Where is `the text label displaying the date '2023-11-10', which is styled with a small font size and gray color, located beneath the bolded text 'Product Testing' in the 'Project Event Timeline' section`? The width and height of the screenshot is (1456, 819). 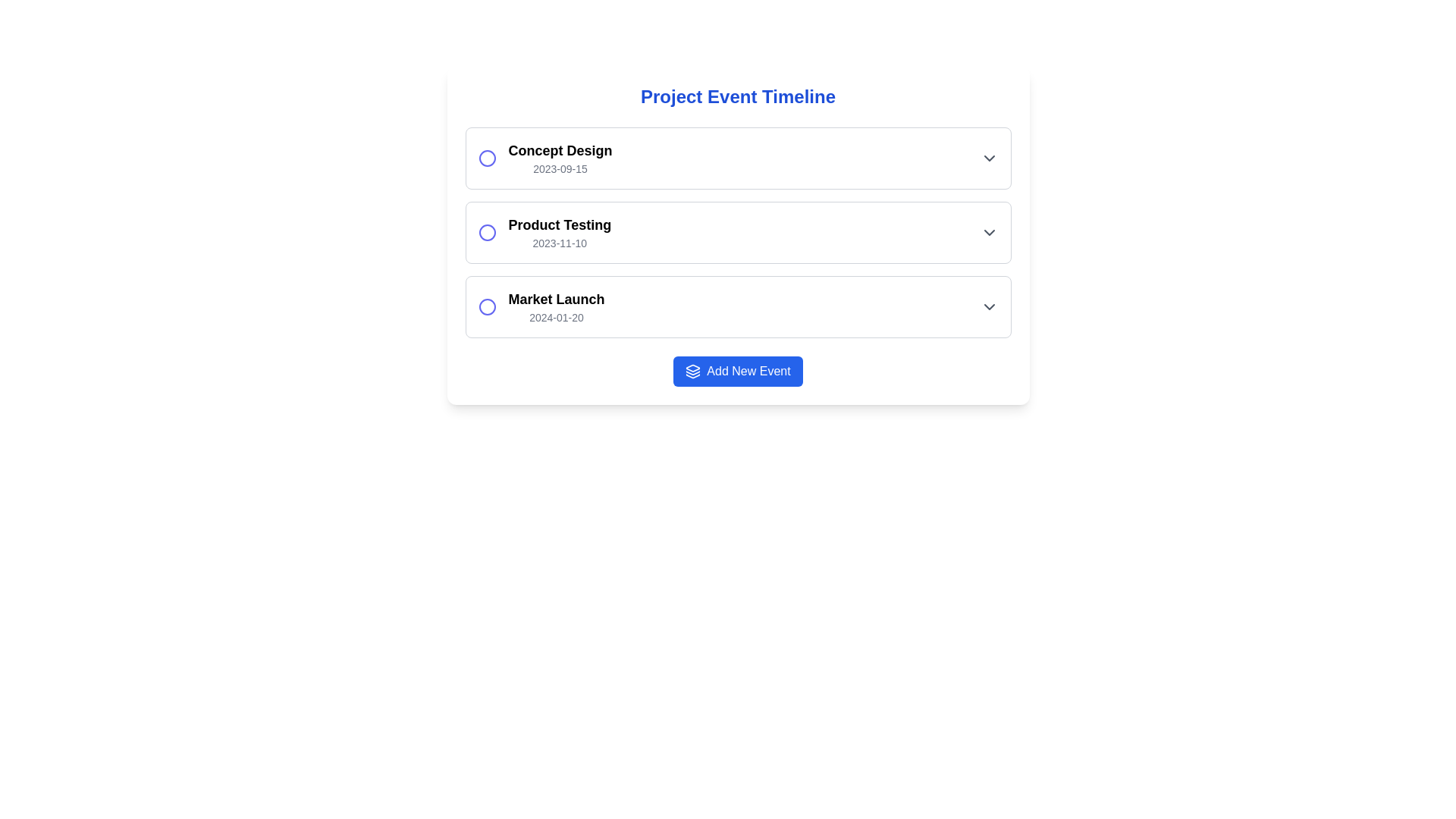 the text label displaying the date '2023-11-10', which is styled with a small font size and gray color, located beneath the bolded text 'Product Testing' in the 'Project Event Timeline' section is located at coordinates (559, 242).